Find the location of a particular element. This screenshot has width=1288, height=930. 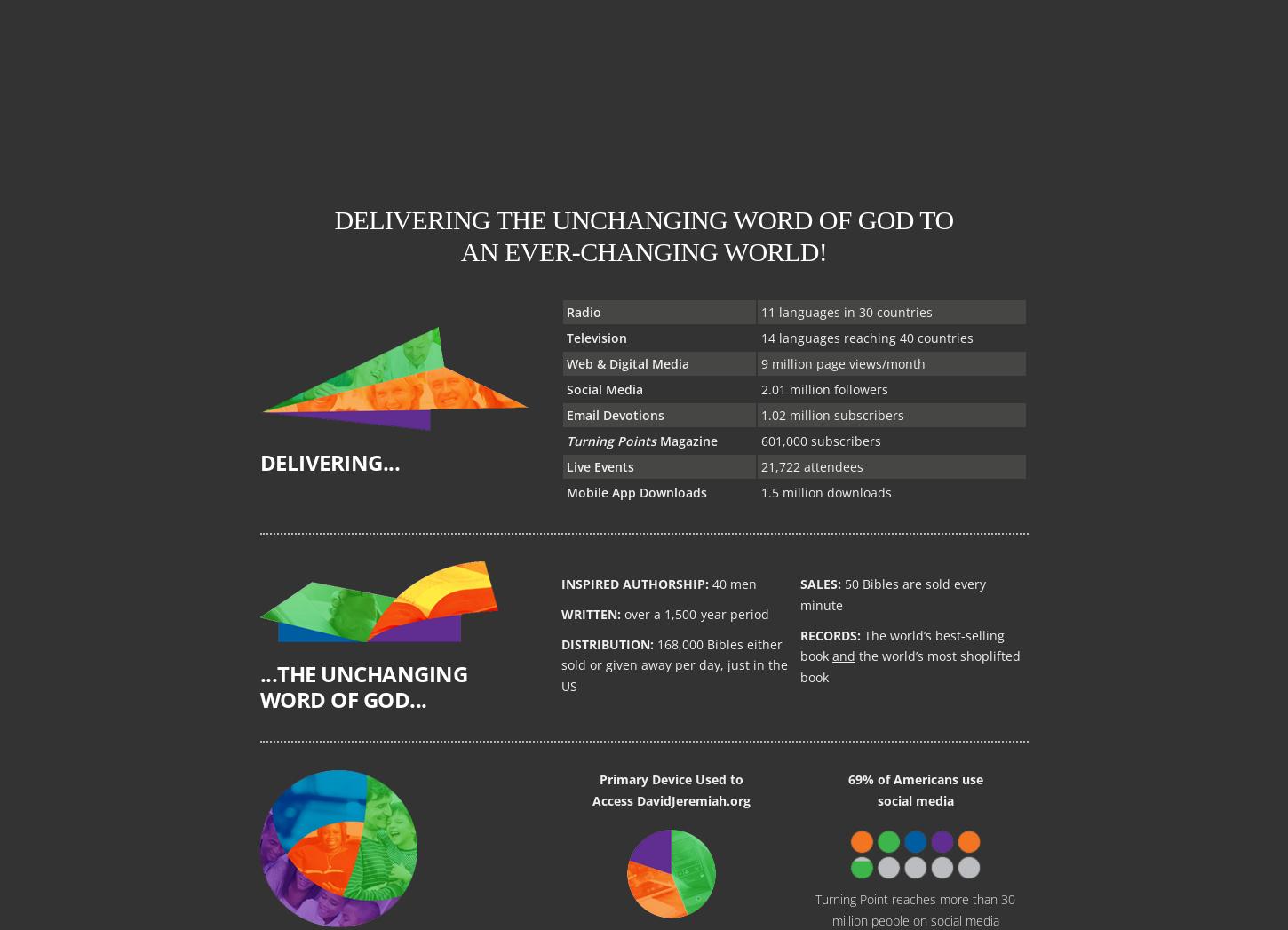

'WRITTEN:' is located at coordinates (589, 612).